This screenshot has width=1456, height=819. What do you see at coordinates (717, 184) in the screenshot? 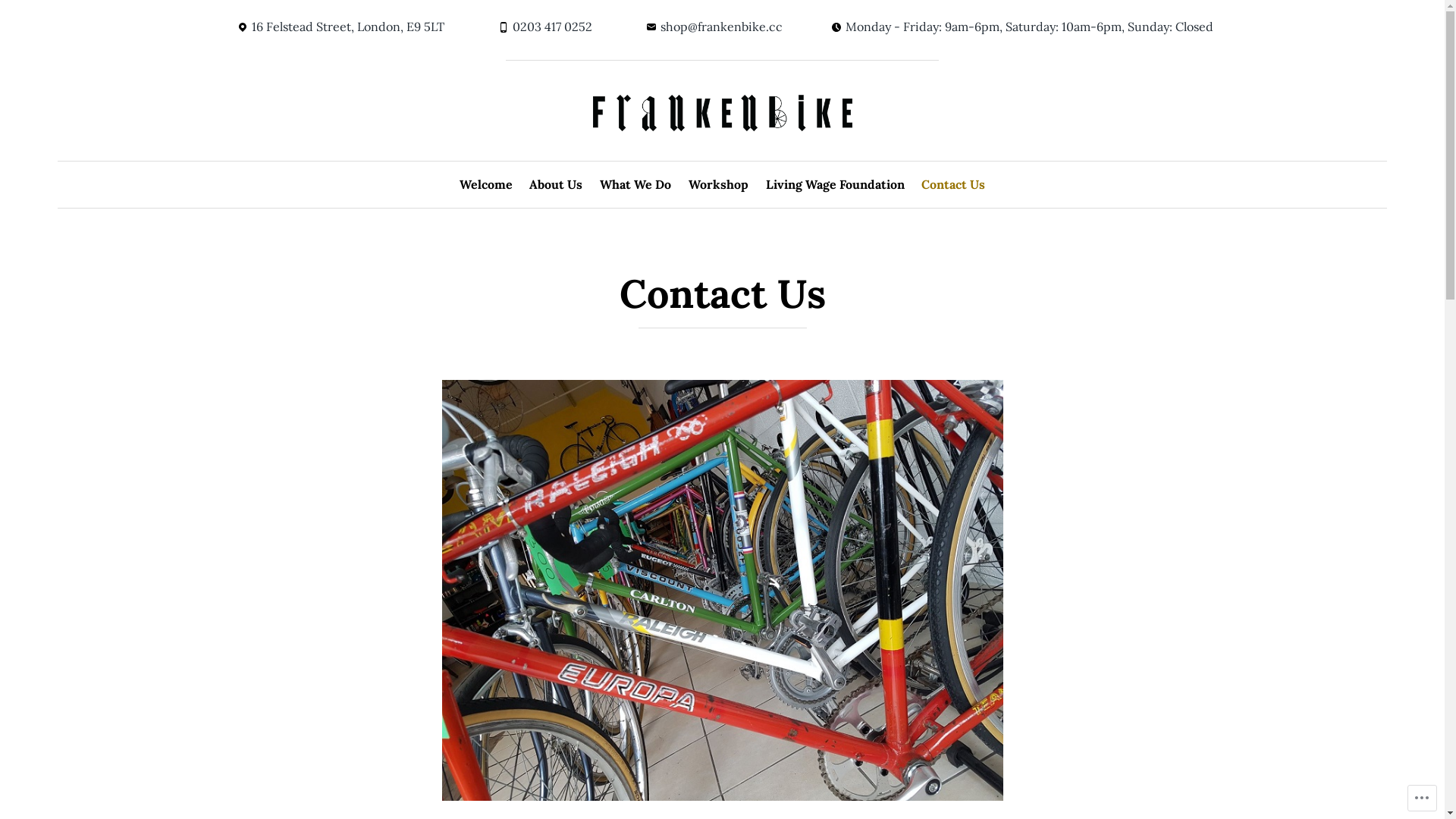
I see `'Workshop'` at bounding box center [717, 184].